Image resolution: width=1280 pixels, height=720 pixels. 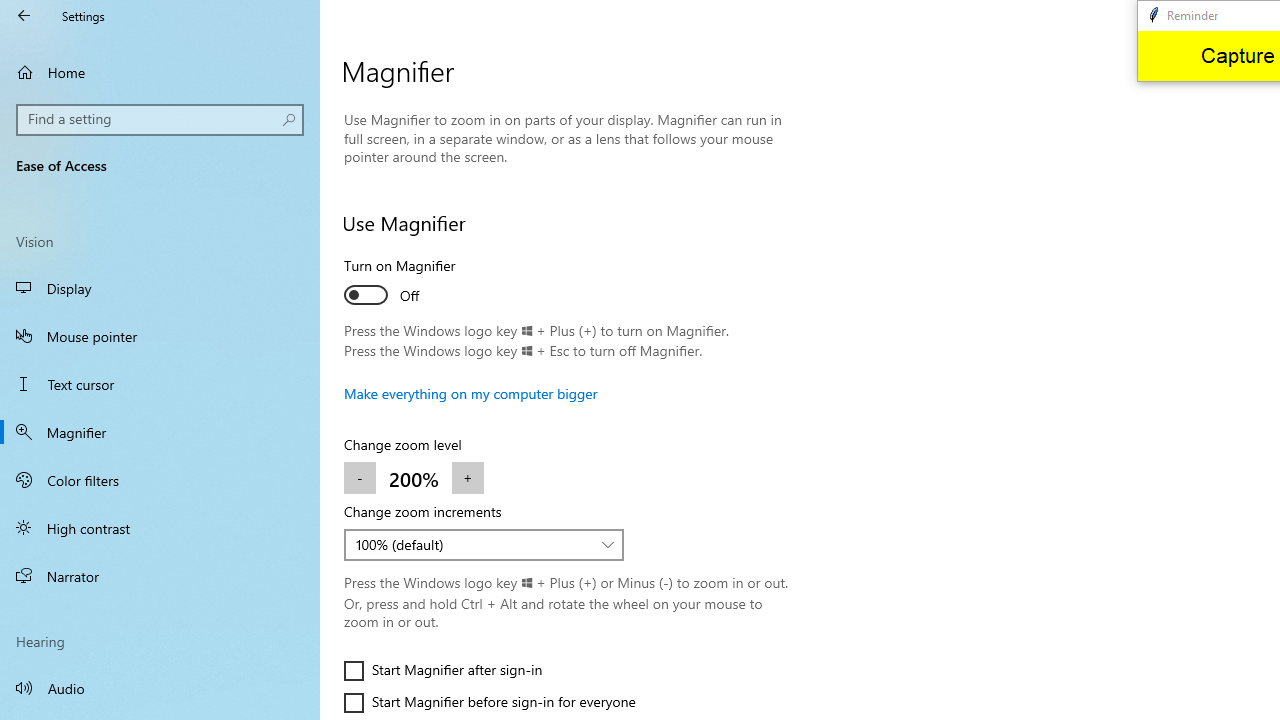 I want to click on 'Text cursor', so click(x=160, y=384).